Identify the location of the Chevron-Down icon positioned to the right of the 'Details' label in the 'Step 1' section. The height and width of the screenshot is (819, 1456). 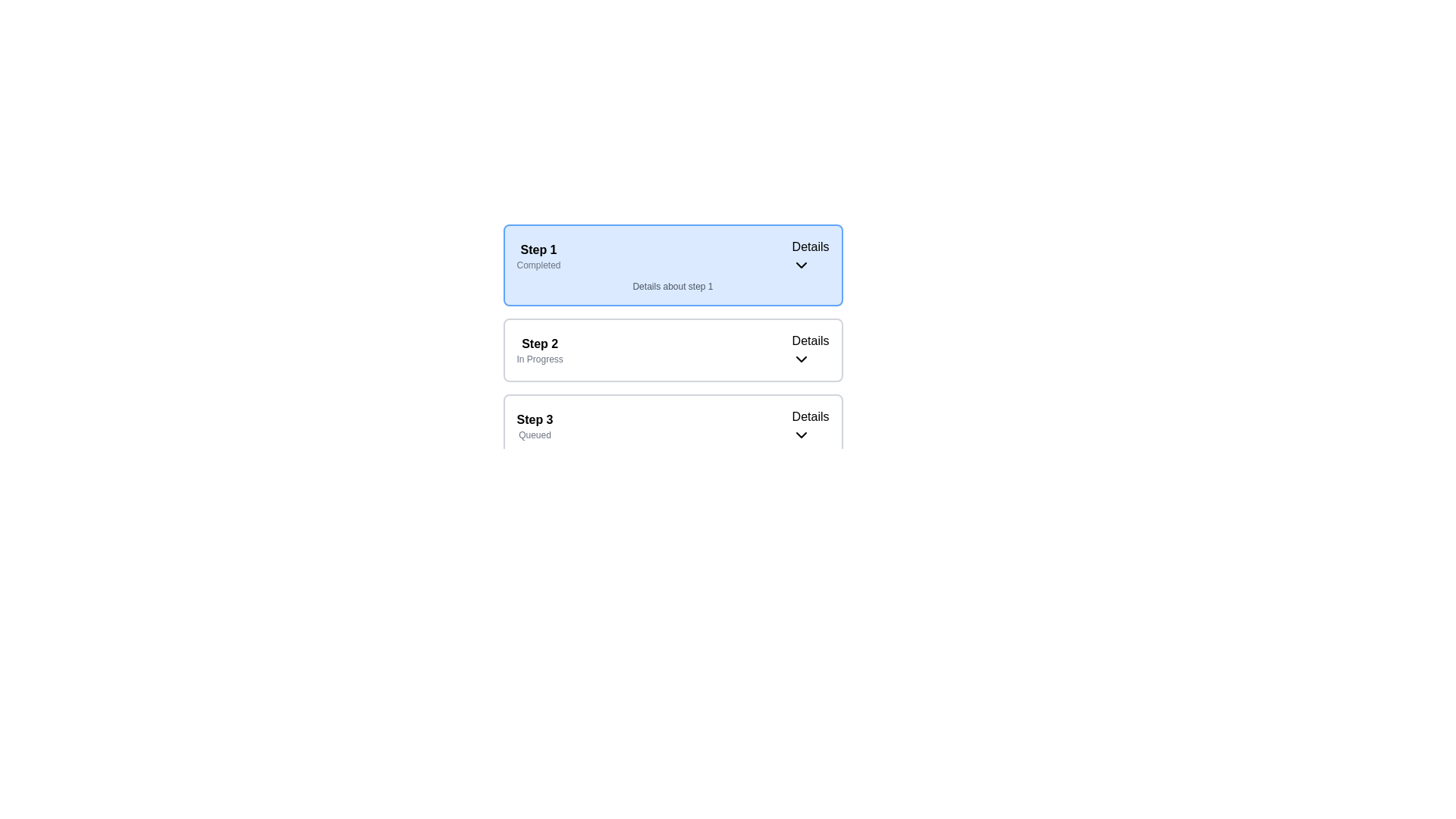
(800, 265).